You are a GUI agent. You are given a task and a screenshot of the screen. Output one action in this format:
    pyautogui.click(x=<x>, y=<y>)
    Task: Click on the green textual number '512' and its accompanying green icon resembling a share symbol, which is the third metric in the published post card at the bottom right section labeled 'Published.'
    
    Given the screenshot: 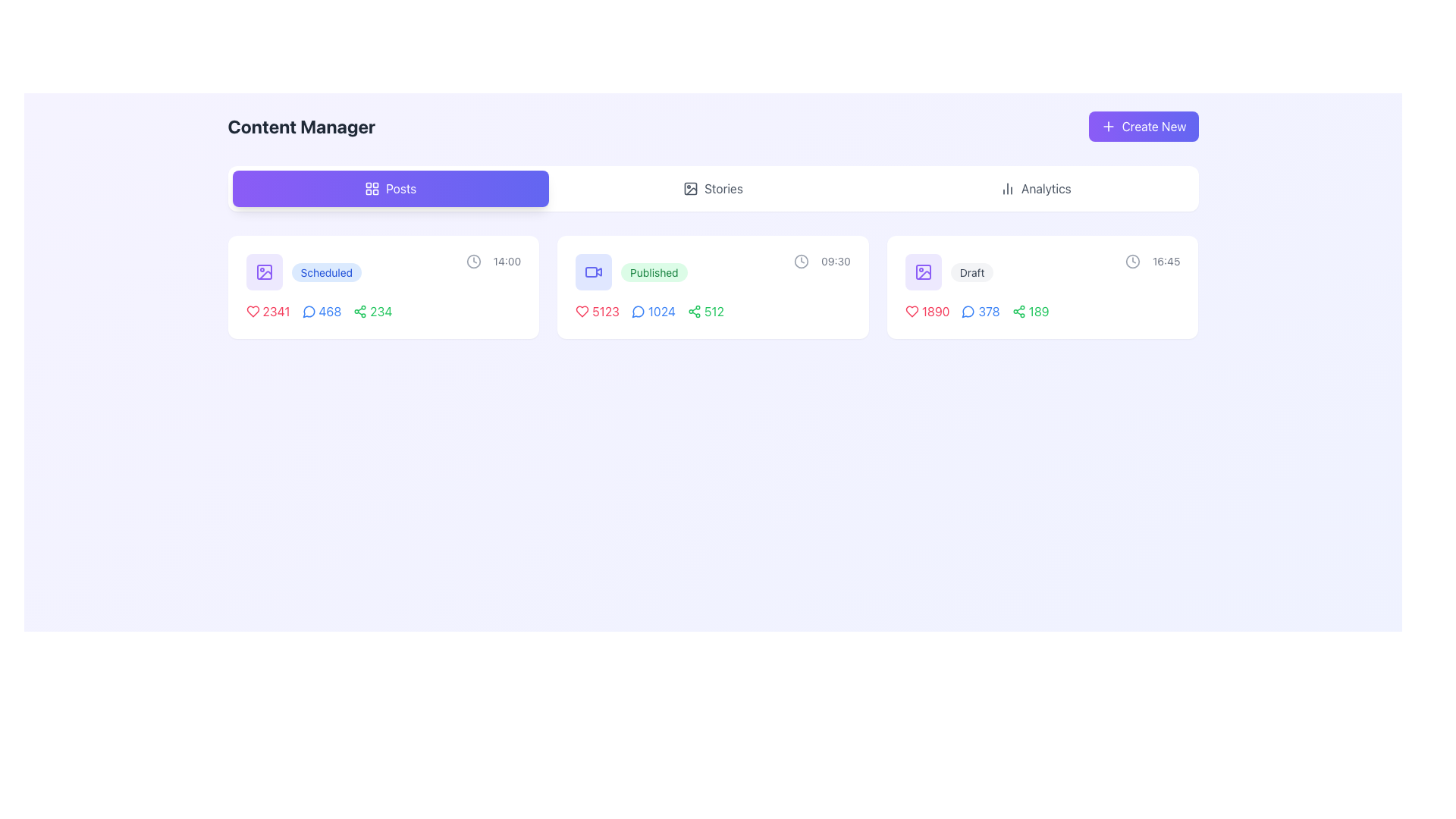 What is the action you would take?
    pyautogui.click(x=704, y=311)
    